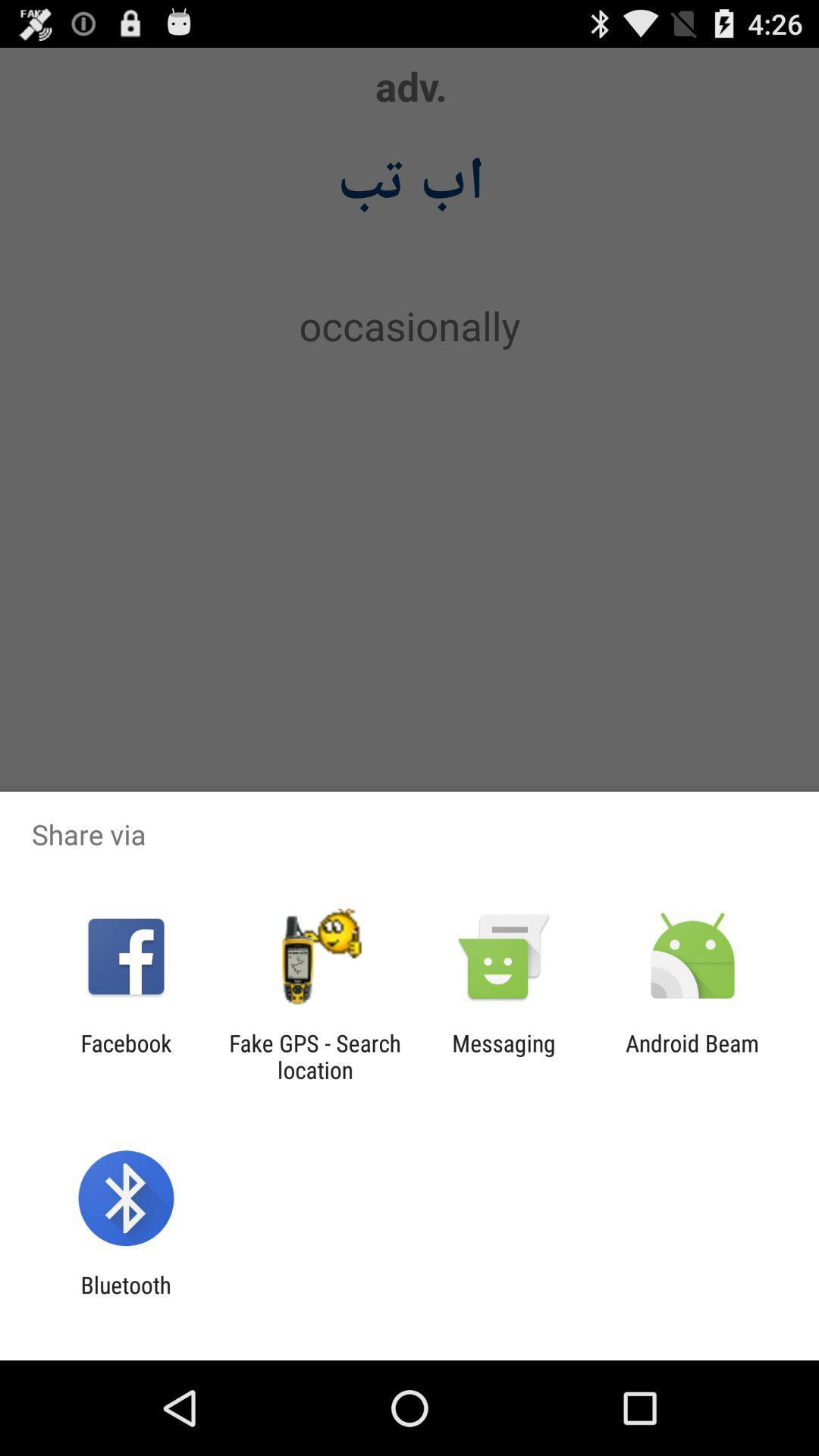 The width and height of the screenshot is (819, 1456). I want to click on the bluetooth, so click(125, 1298).